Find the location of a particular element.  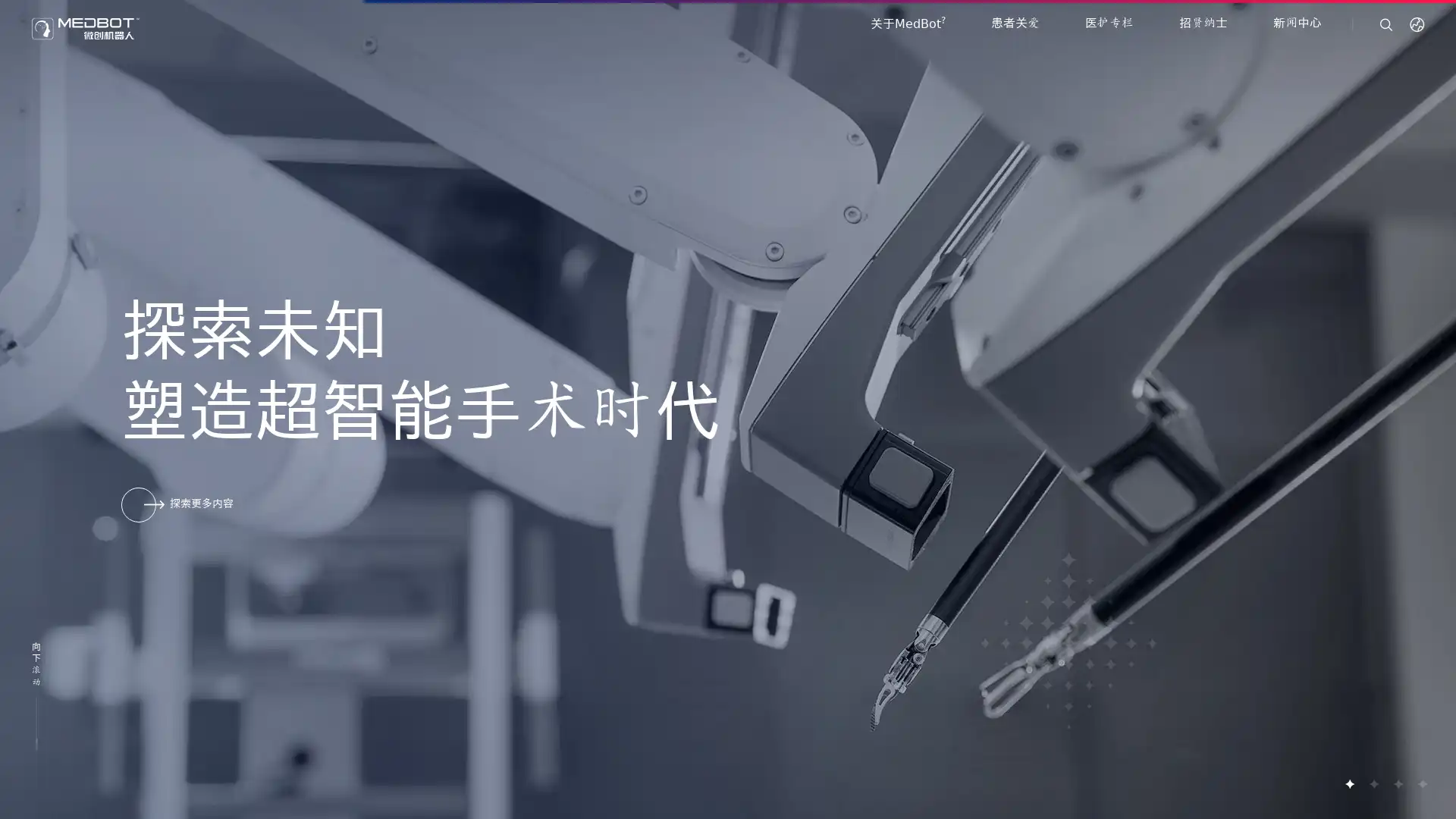

Go to slide 3 is located at coordinates (1397, 783).